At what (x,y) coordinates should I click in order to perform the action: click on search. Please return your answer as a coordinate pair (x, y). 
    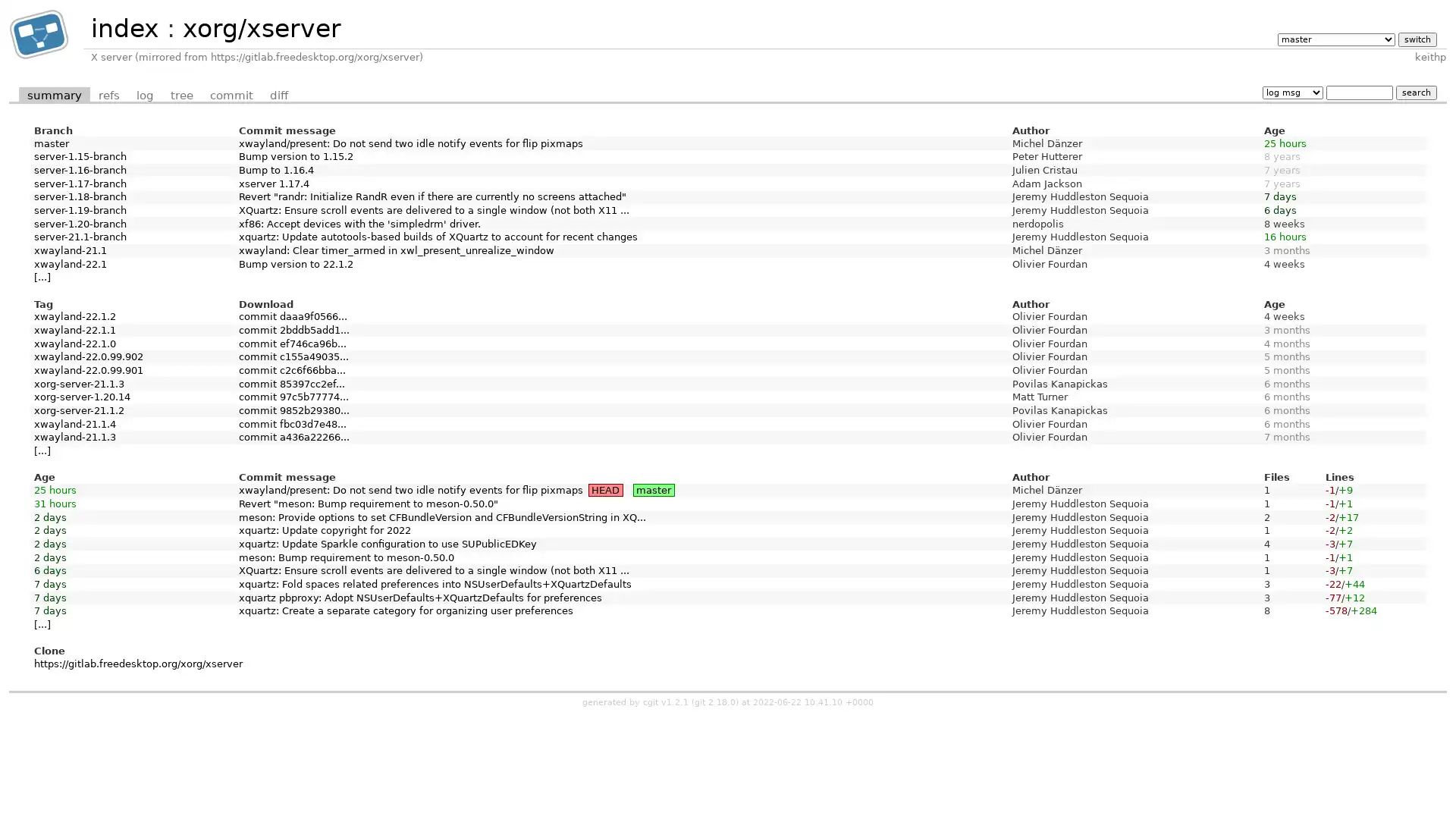
    Looking at the image, I should click on (1415, 92).